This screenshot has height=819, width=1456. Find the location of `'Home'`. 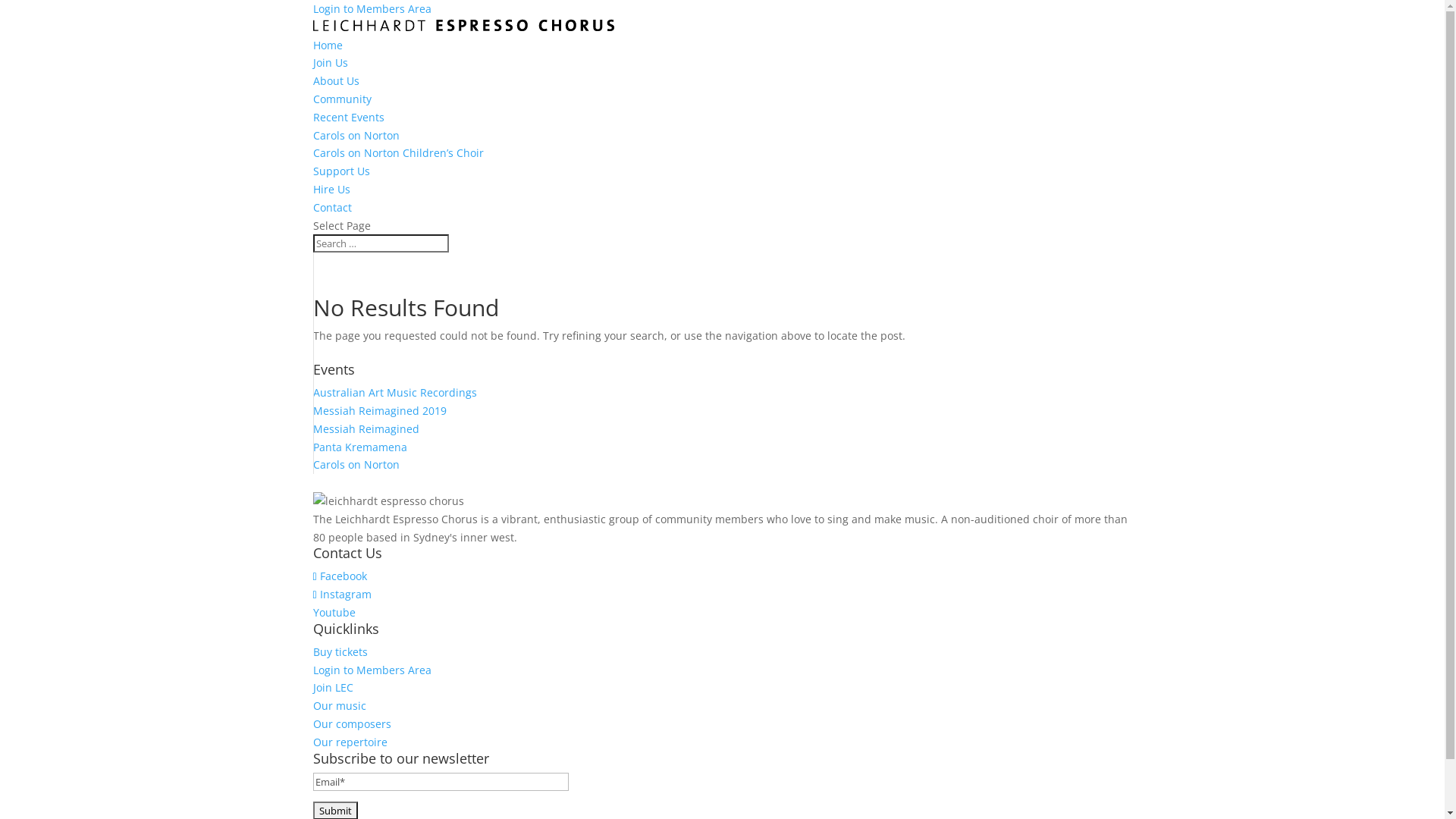

'Home' is located at coordinates (326, 44).